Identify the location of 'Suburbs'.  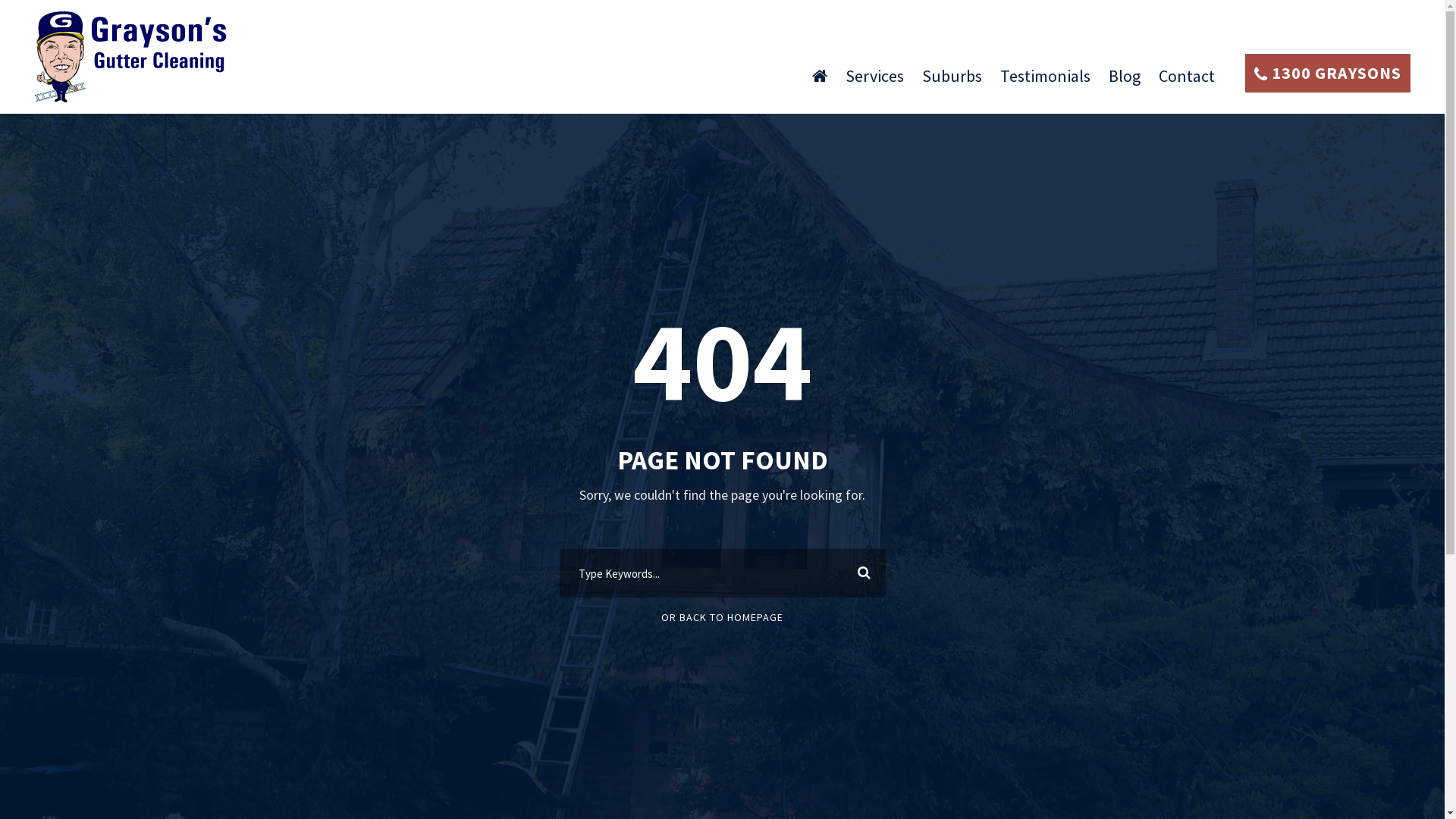
(951, 82).